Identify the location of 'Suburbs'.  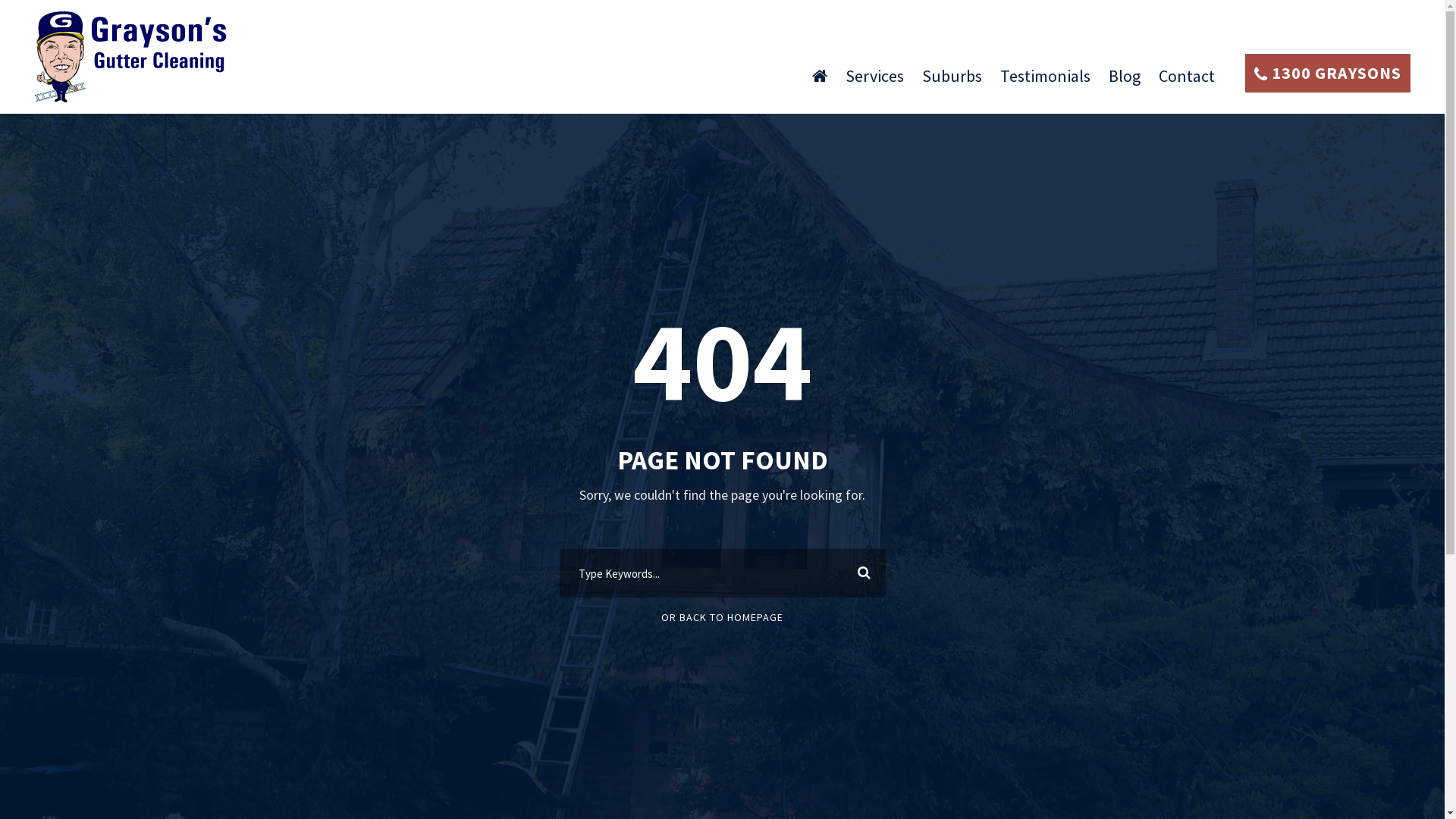
(951, 82).